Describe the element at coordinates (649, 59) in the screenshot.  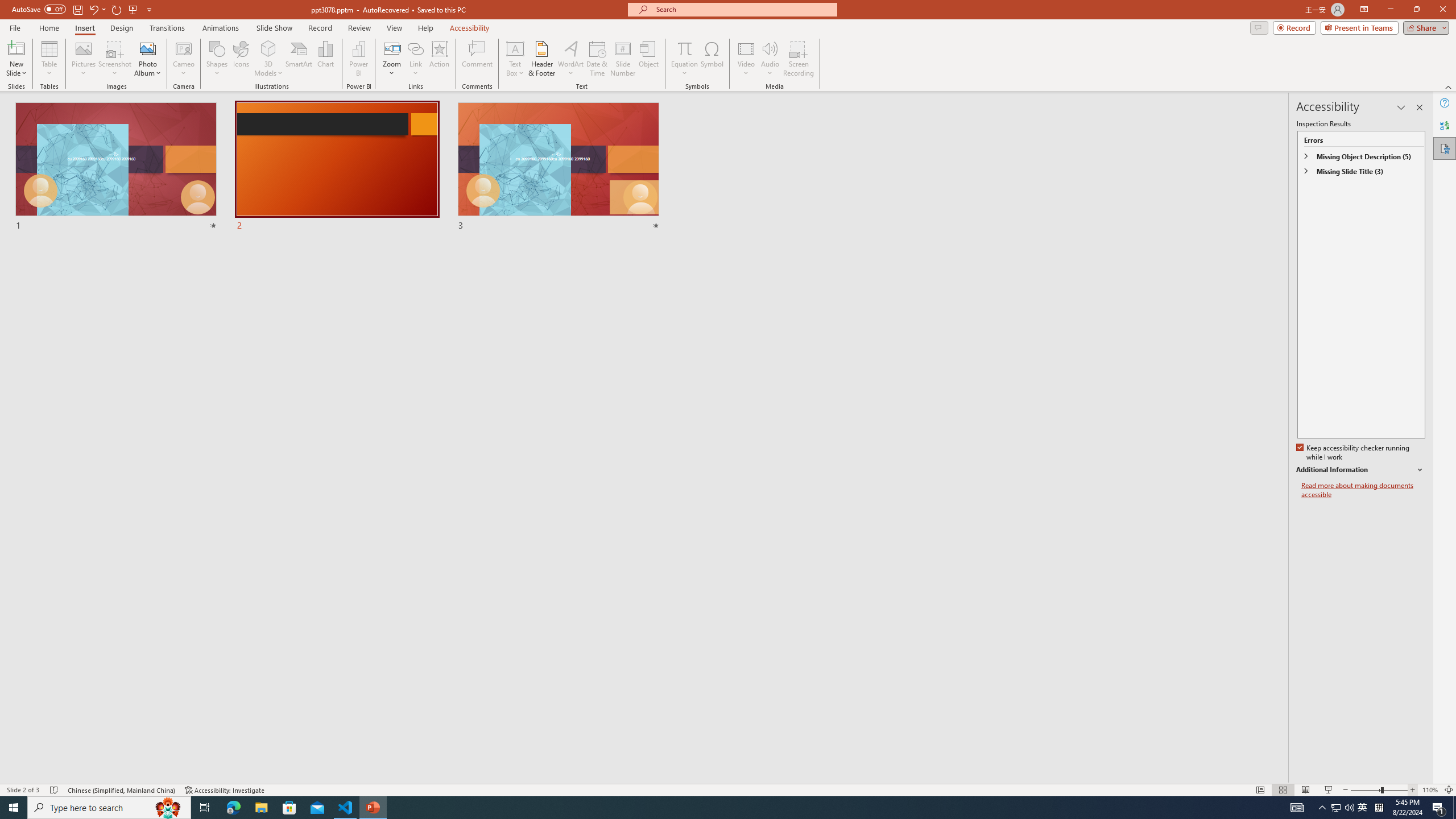
I see `'Object...'` at that location.